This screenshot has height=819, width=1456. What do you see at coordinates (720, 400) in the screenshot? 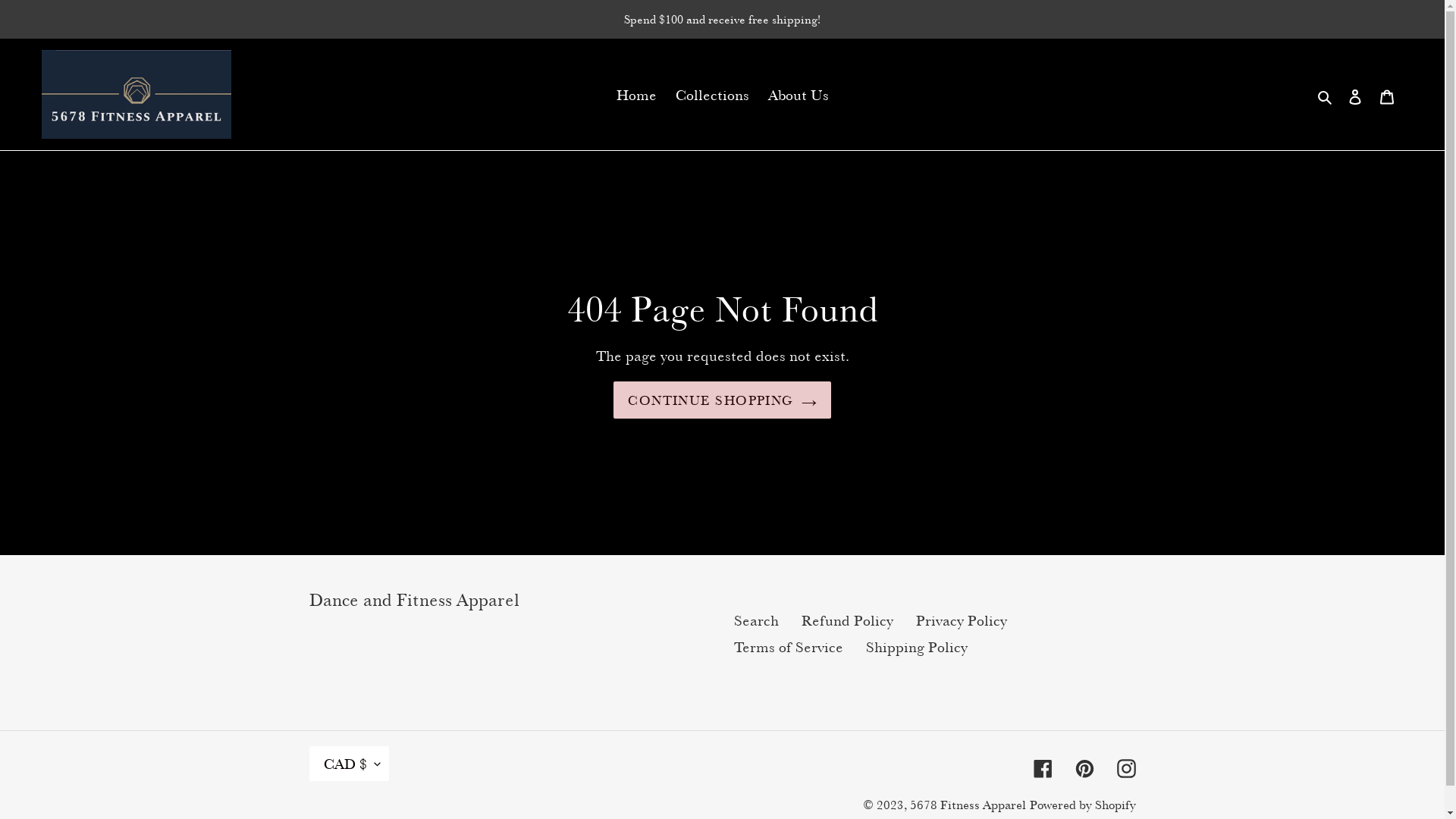
I see `'CONTINUE SHOPPING'` at bounding box center [720, 400].